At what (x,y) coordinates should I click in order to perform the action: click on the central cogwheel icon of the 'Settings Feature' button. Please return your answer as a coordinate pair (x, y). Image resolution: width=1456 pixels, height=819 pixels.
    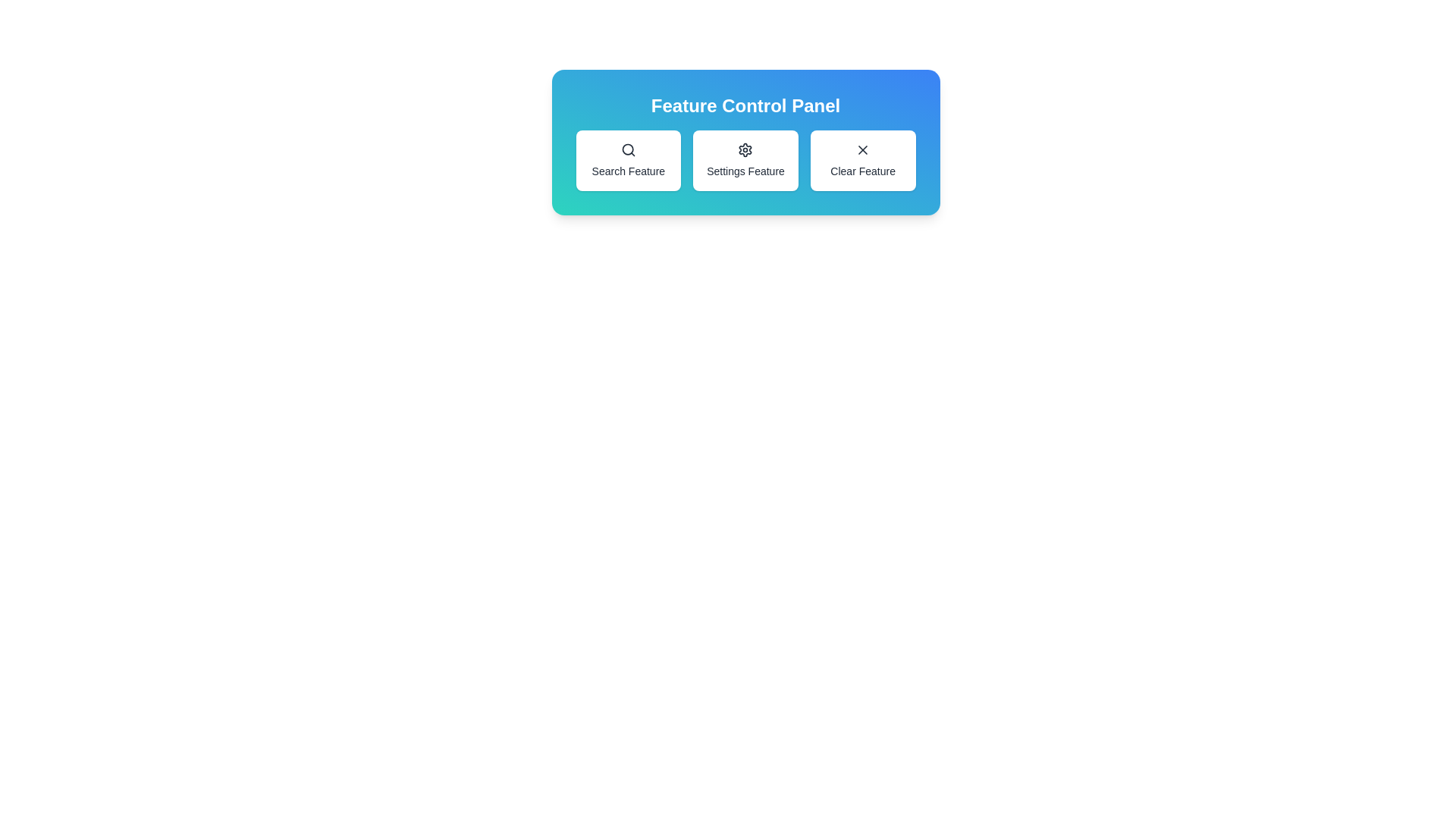
    Looking at the image, I should click on (745, 149).